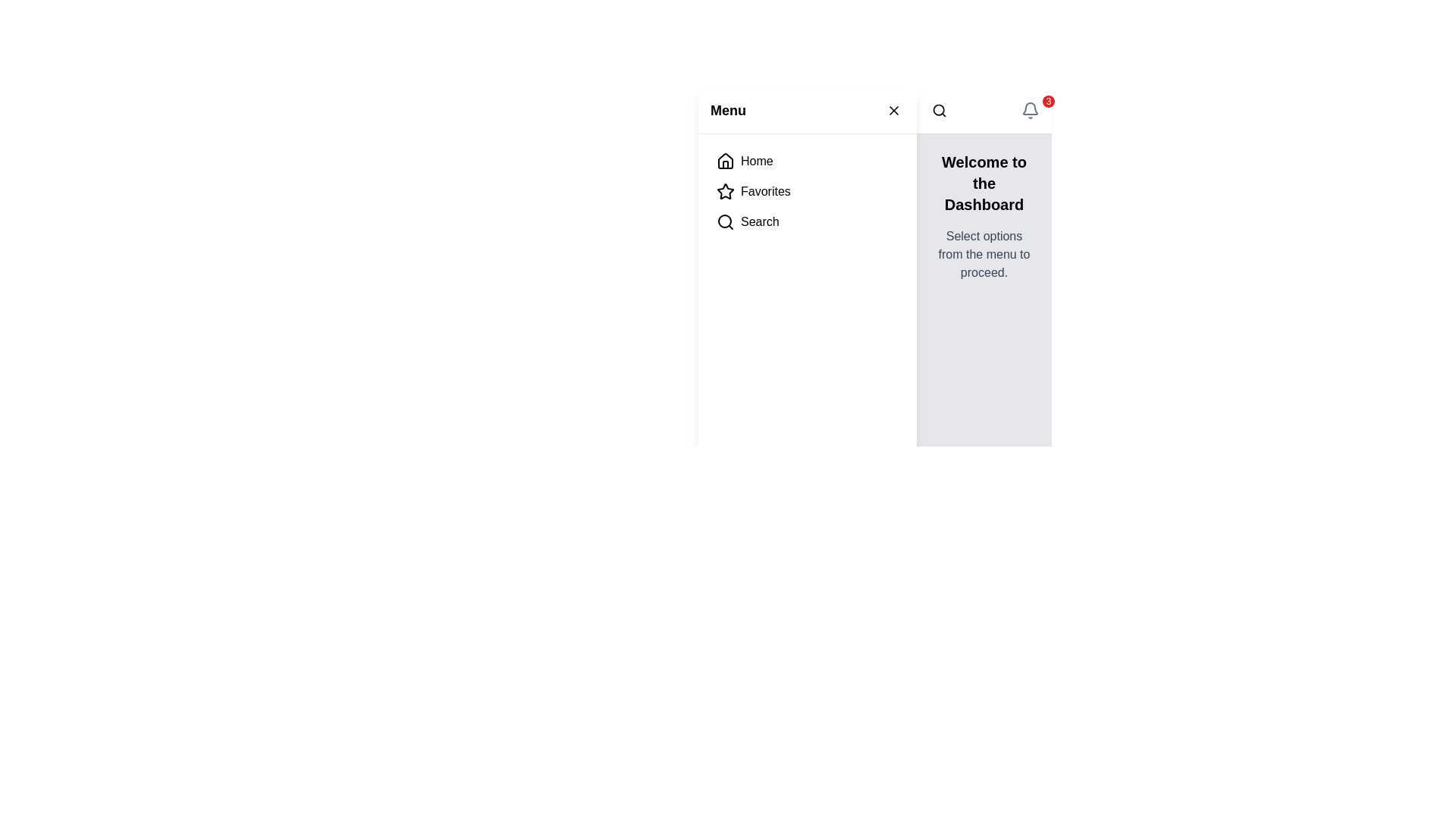 The image size is (1456, 819). I want to click on the black house-shaped icon located in the navigation sidebar at the top left corner of the interface, so click(724, 161).